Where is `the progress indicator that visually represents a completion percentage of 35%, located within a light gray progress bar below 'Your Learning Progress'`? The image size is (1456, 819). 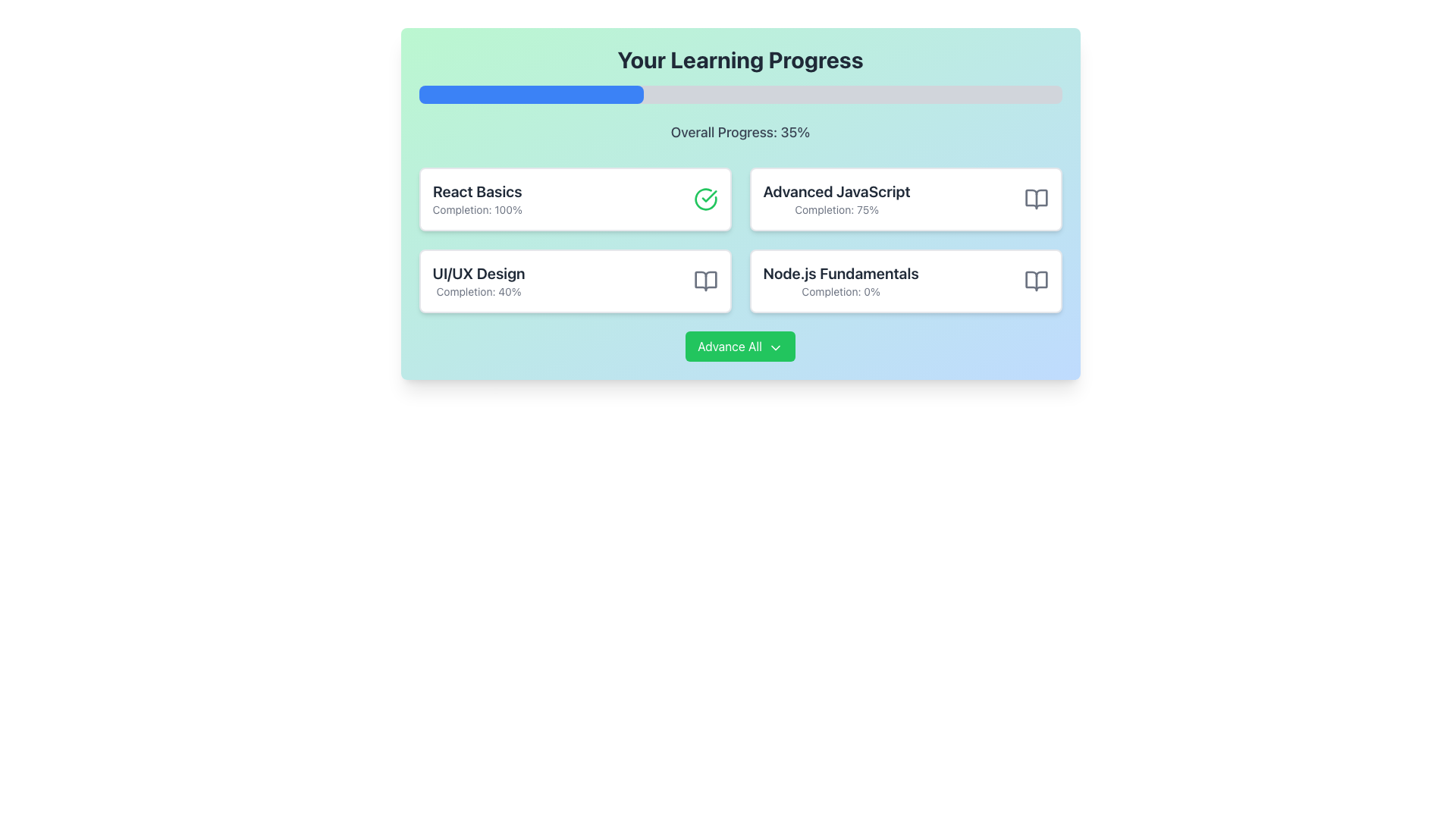 the progress indicator that visually represents a completion percentage of 35%, located within a light gray progress bar below 'Your Learning Progress' is located at coordinates (531, 94).